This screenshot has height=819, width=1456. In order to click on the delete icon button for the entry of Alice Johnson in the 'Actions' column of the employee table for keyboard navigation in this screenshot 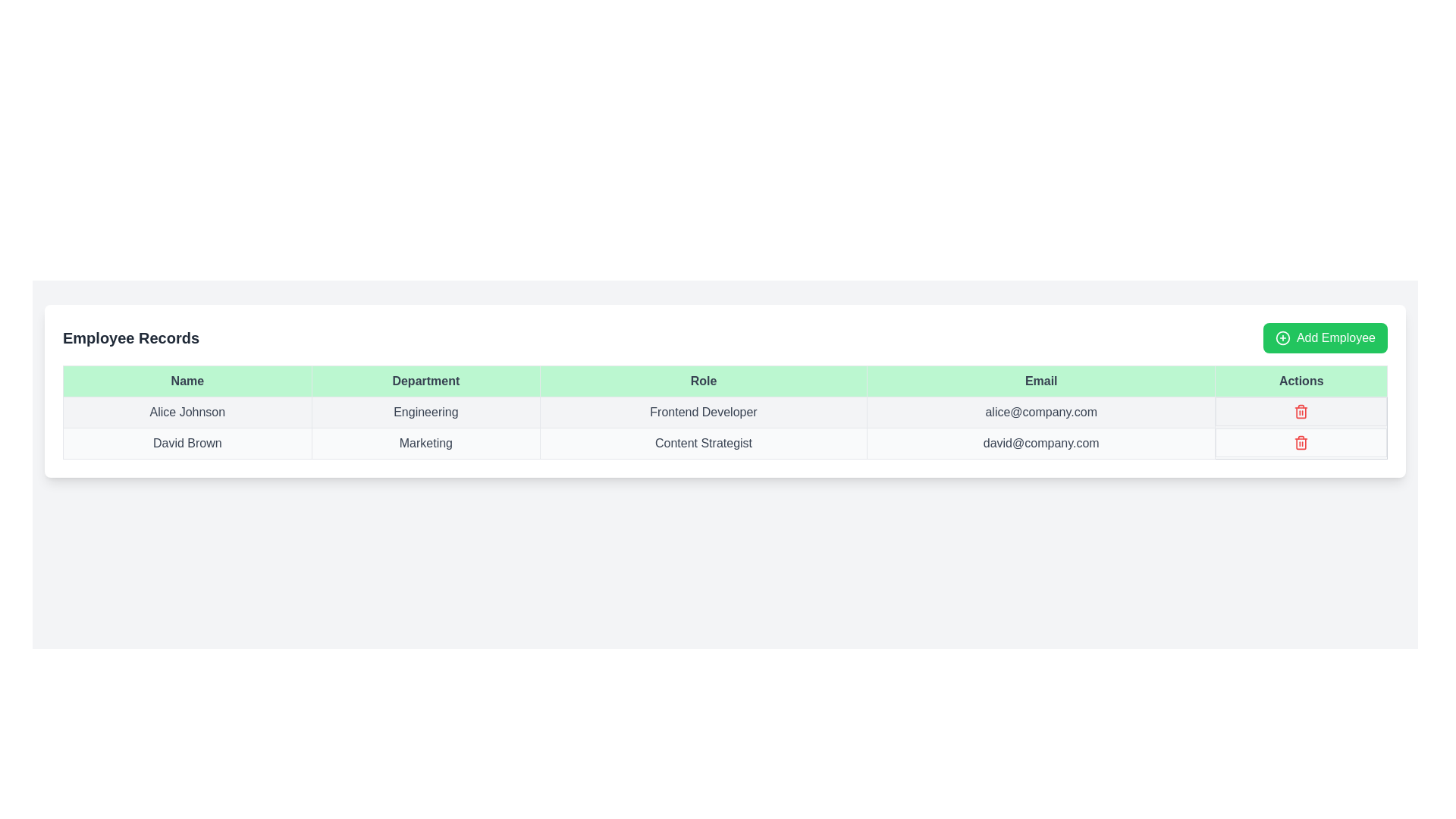, I will do `click(1301, 412)`.